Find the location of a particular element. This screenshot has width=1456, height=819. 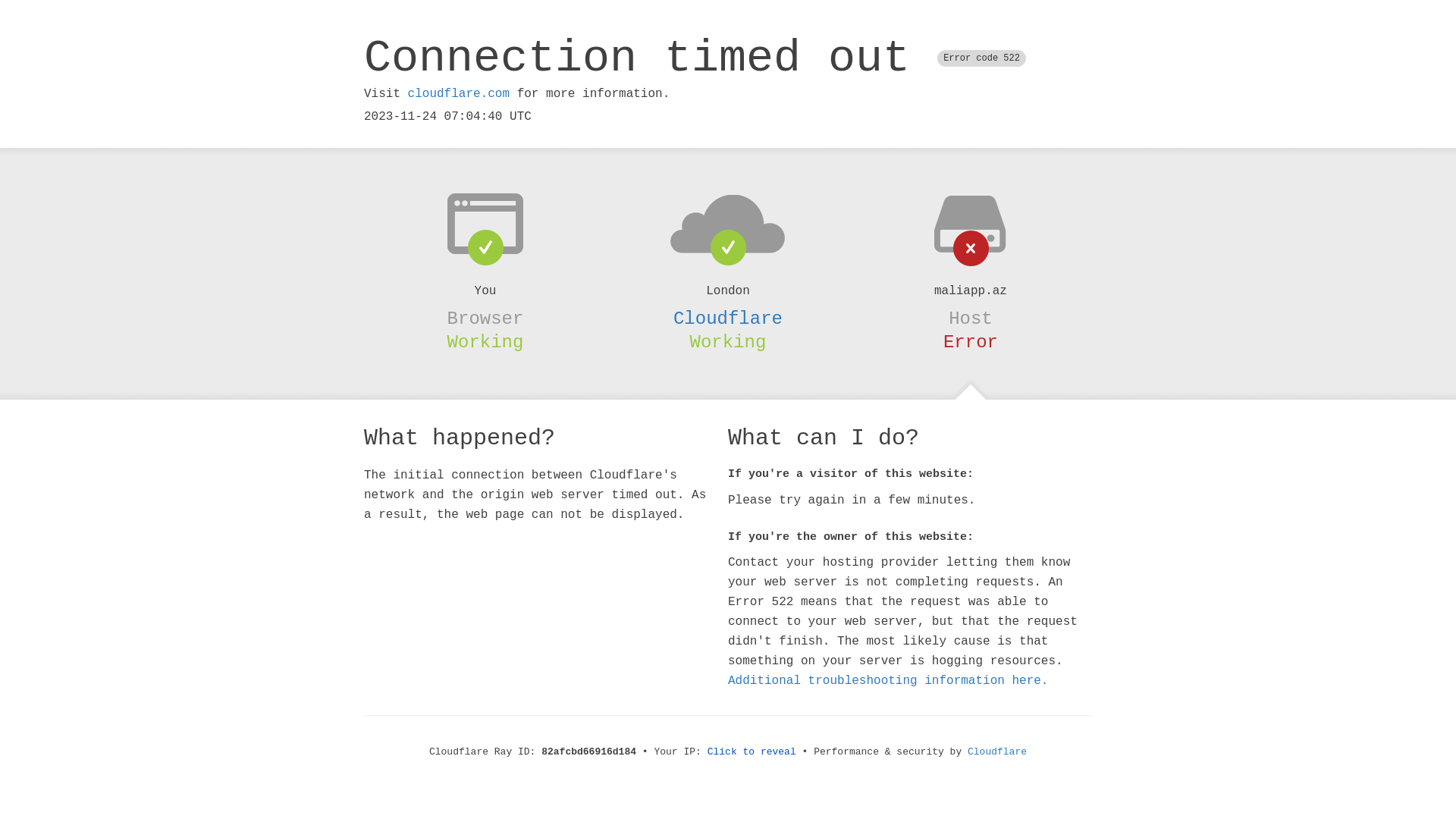

'Additional troubleshooting information here.' is located at coordinates (888, 680).